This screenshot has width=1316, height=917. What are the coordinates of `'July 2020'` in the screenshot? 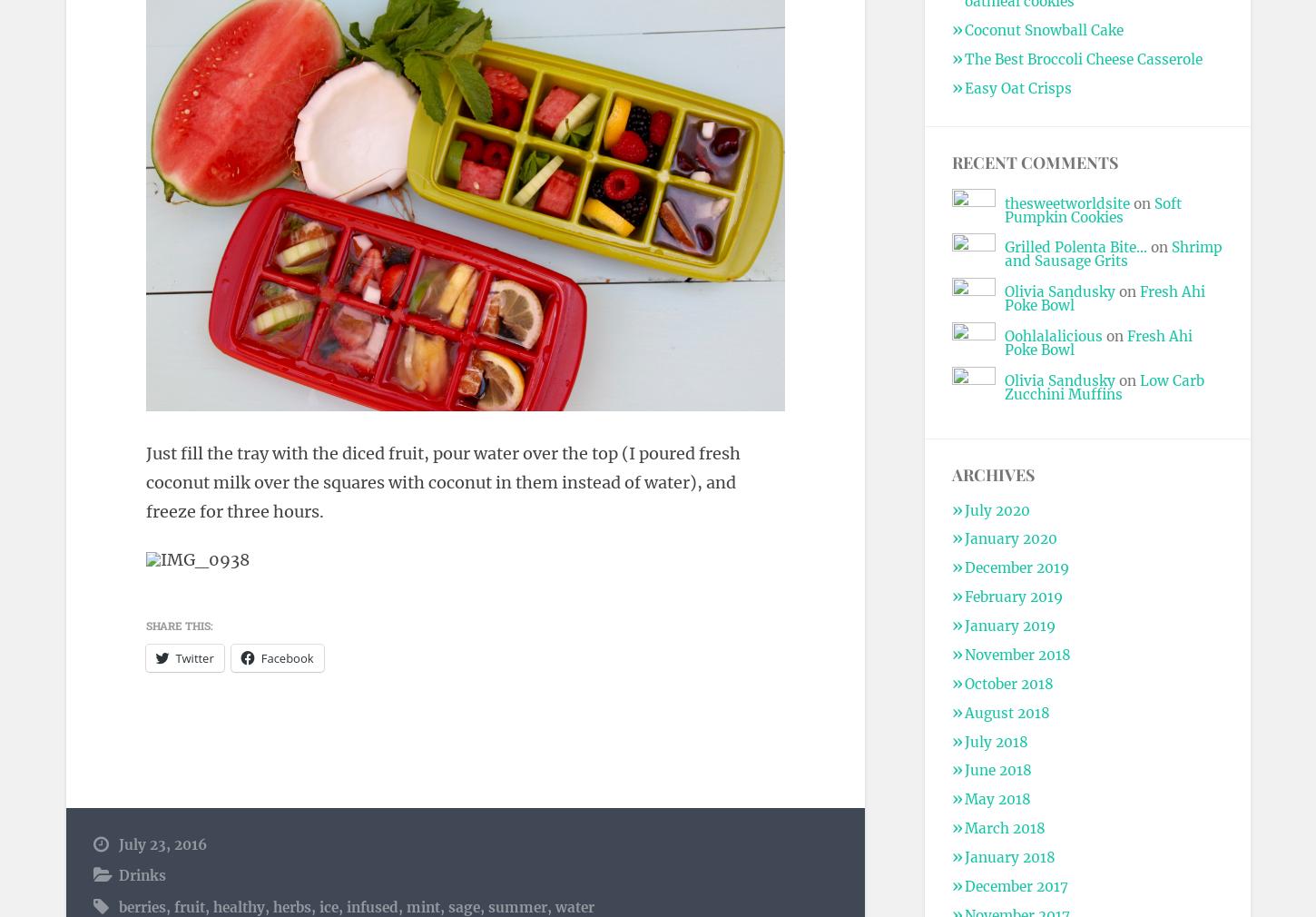 It's located at (963, 508).